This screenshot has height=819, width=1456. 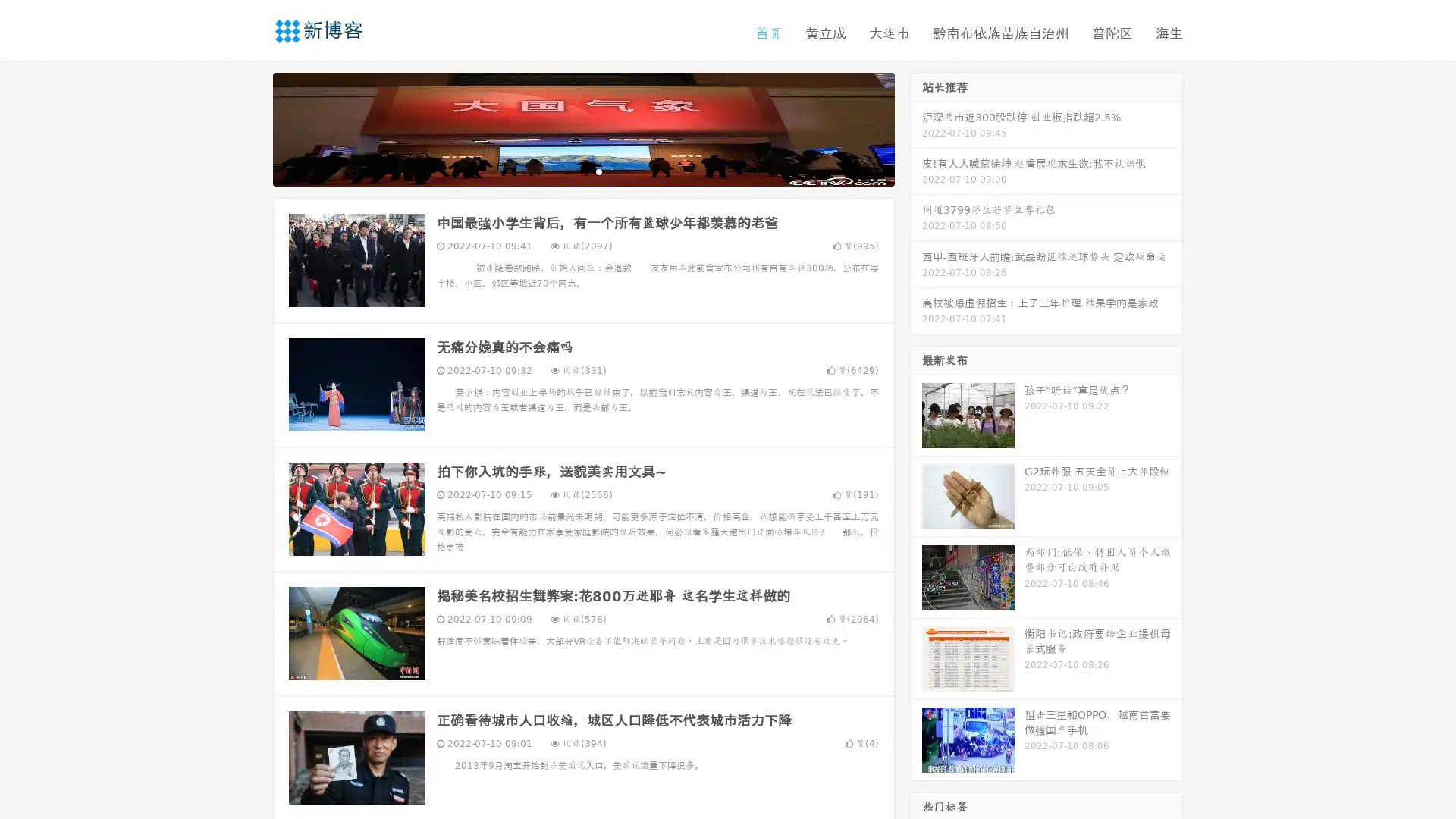 I want to click on Next slide, so click(x=916, y=127).